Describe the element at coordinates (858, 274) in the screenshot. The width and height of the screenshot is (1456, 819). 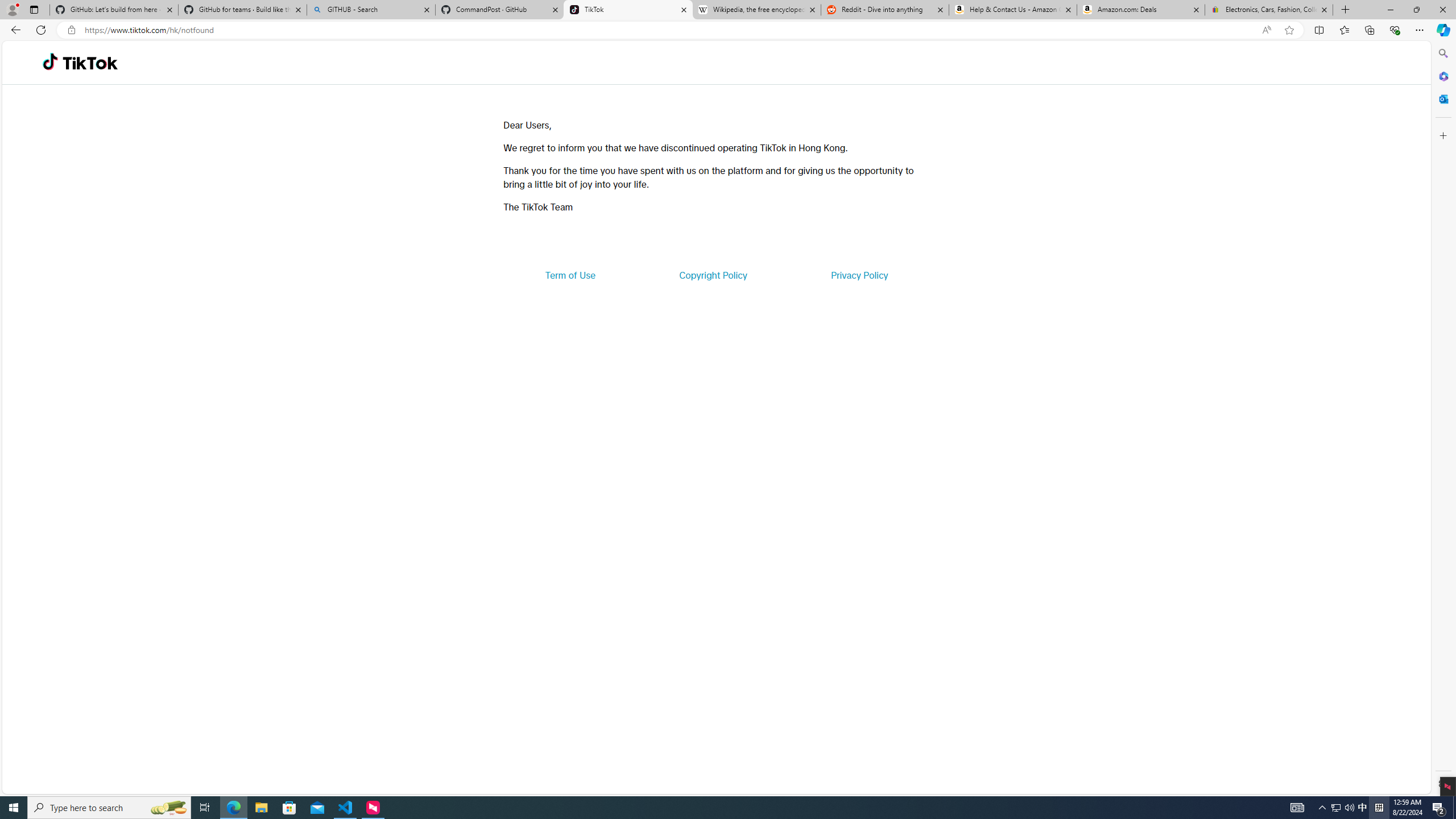
I see `'Privacy Policy'` at that location.